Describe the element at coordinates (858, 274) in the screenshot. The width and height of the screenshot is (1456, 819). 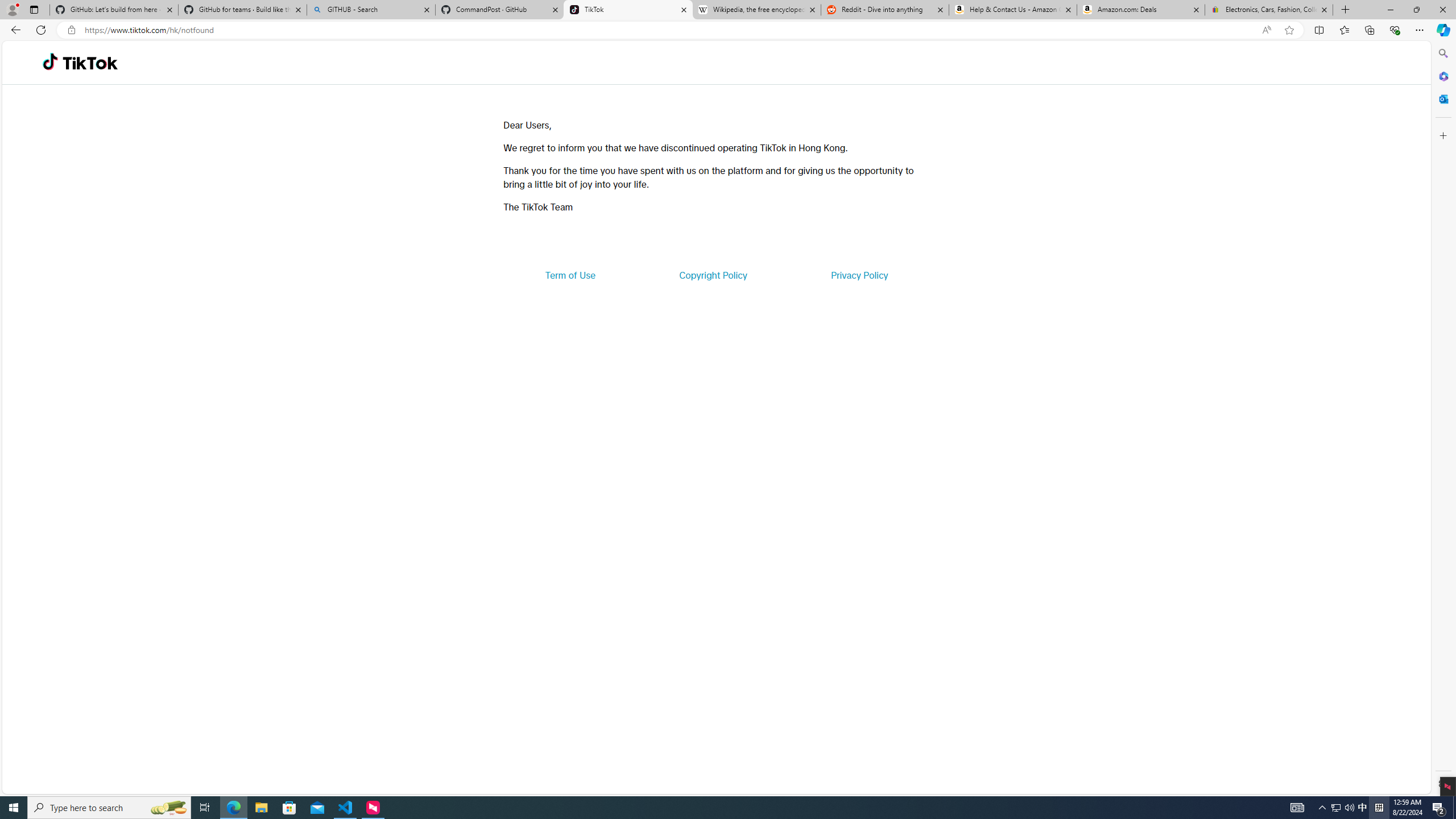
I see `'Privacy Policy'` at that location.